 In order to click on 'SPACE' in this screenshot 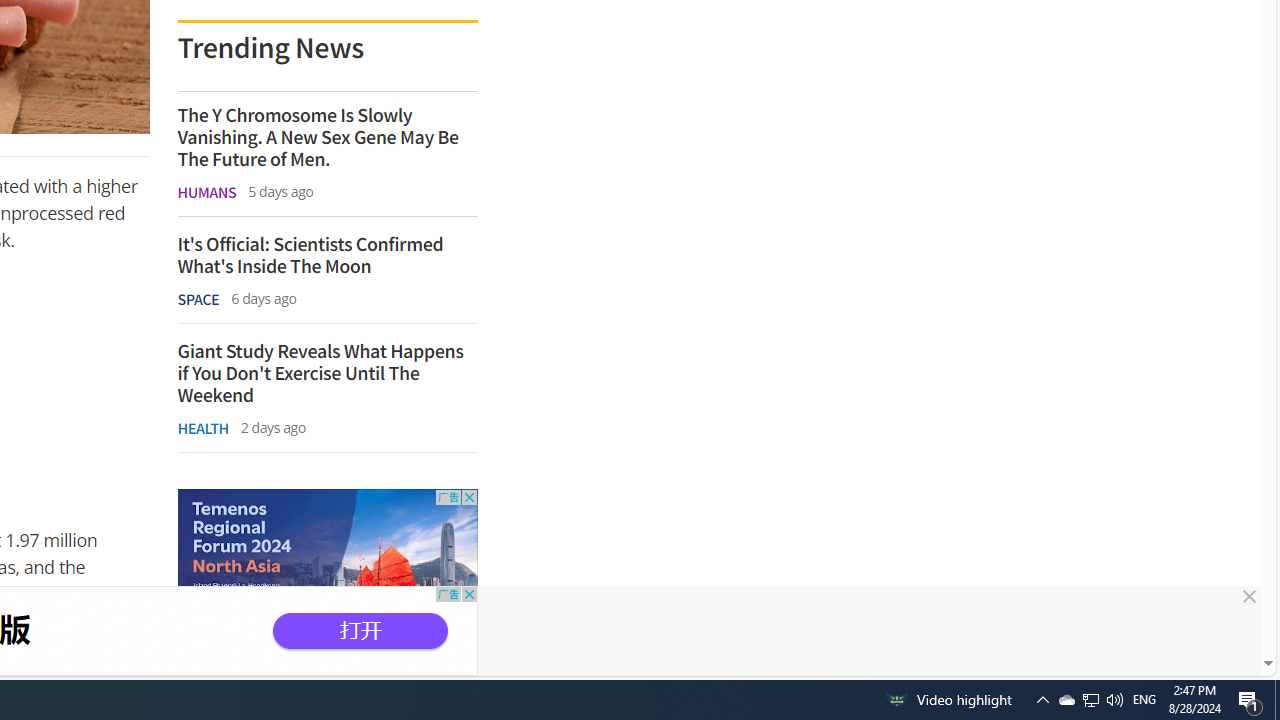, I will do `click(198, 299)`.